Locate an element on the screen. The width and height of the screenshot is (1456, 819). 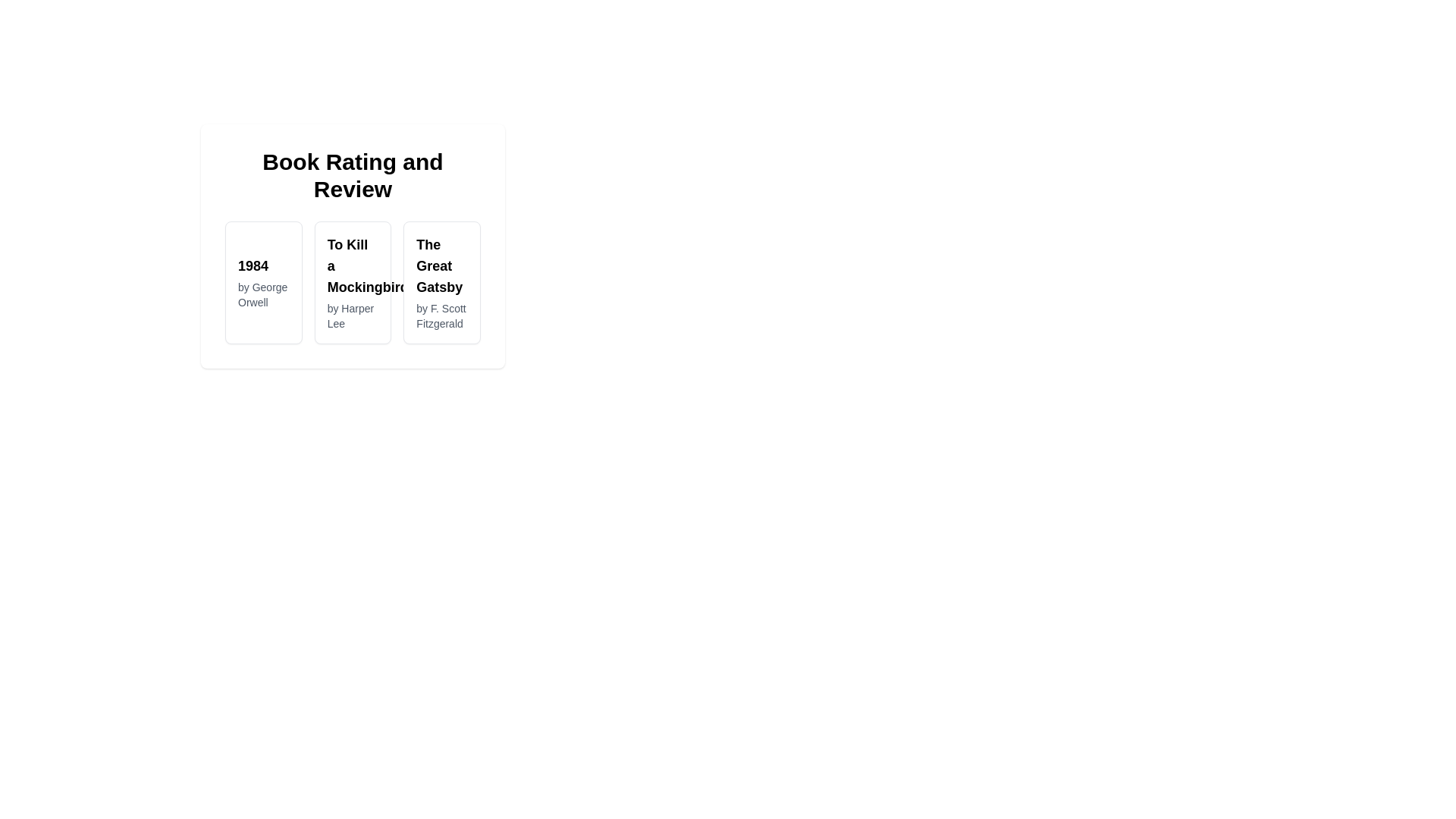
the text label that reads 'by Harper Lee', which is positioned below the title 'To Kill a Mockingbird' in the middle card of three horizontally aligned cards is located at coordinates (352, 315).